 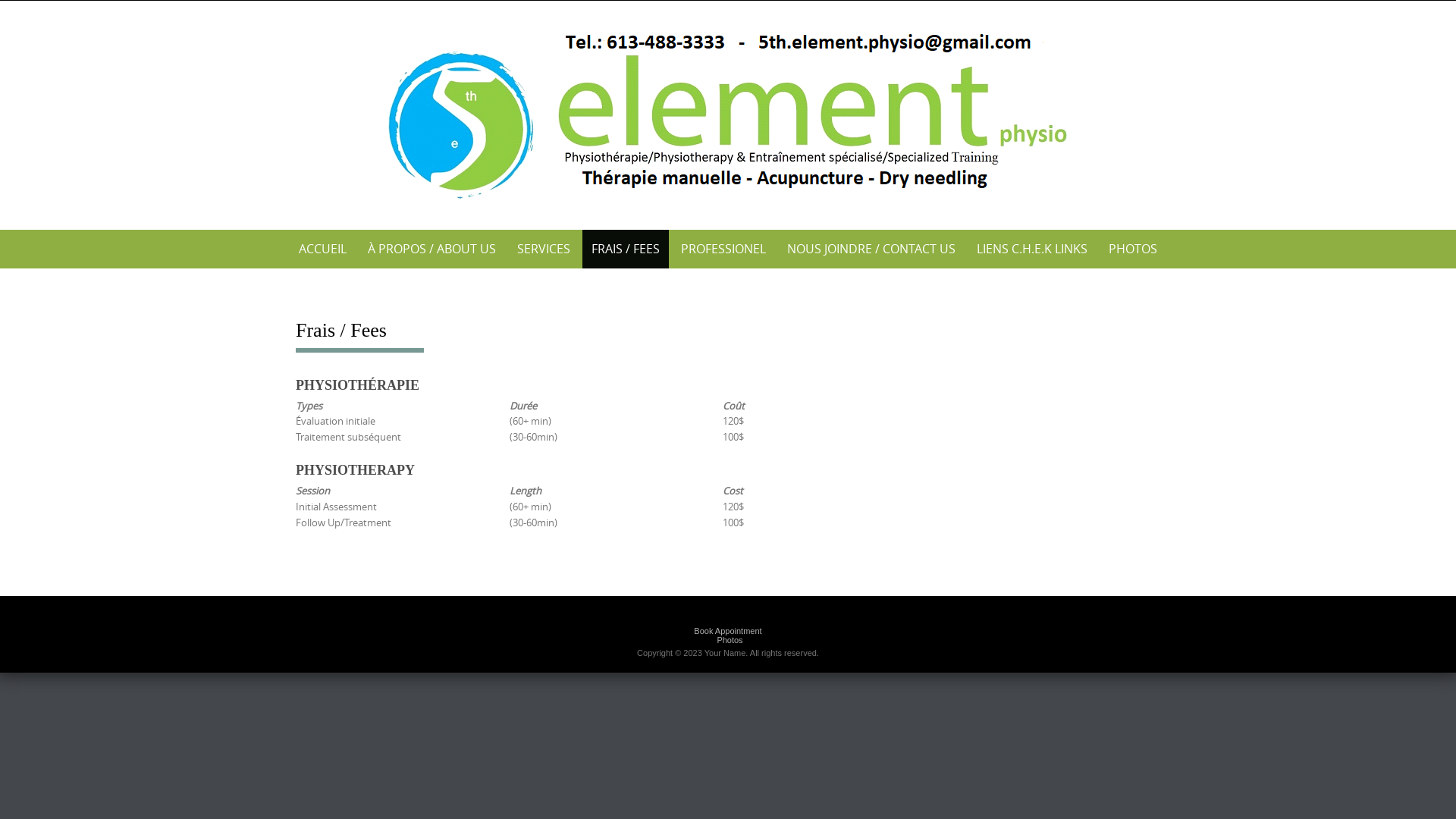 What do you see at coordinates (0, 1) in the screenshot?
I see `'Skip to content'` at bounding box center [0, 1].